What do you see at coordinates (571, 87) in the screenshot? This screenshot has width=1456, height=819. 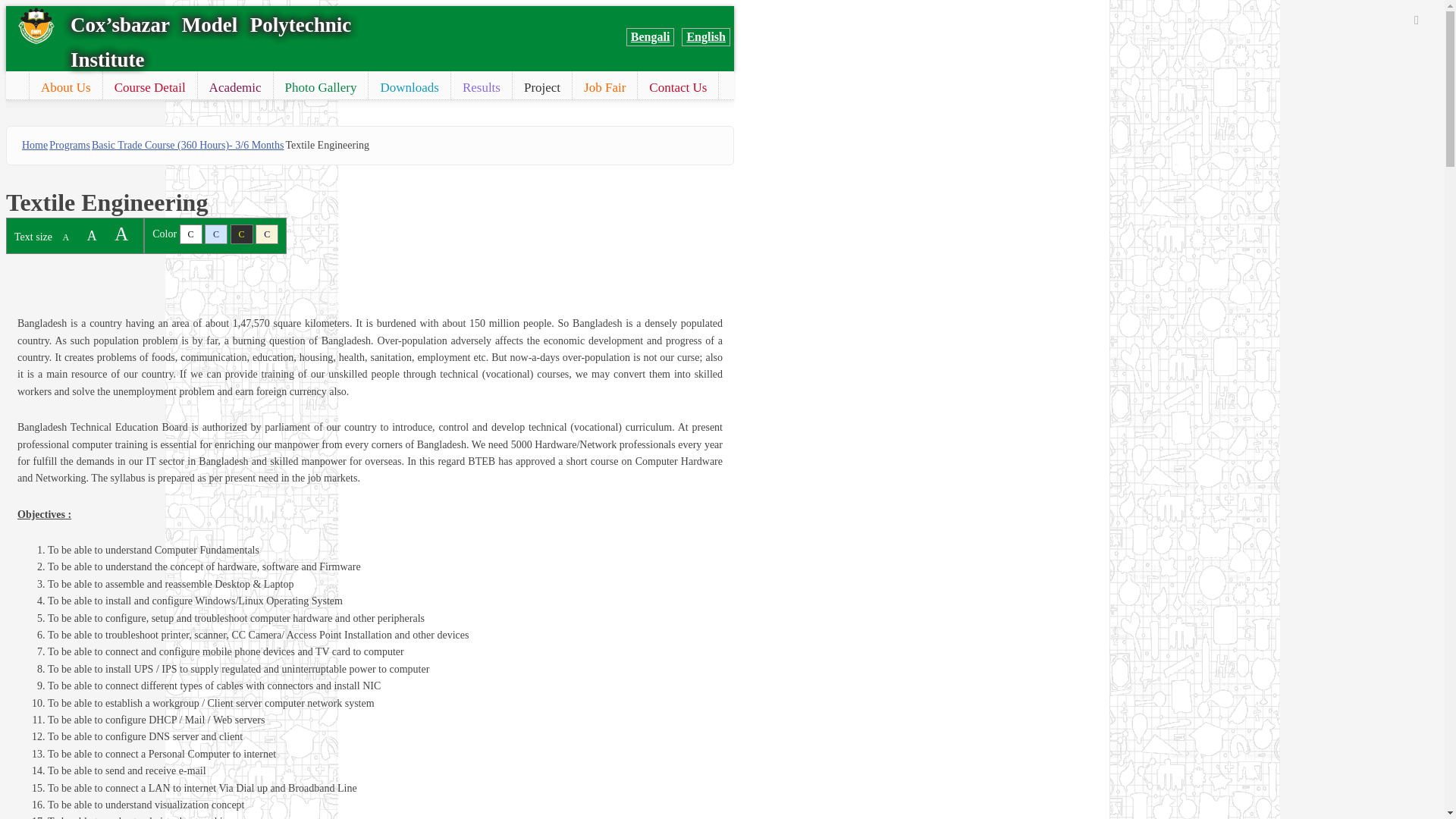 I see `'Job Fair'` at bounding box center [571, 87].